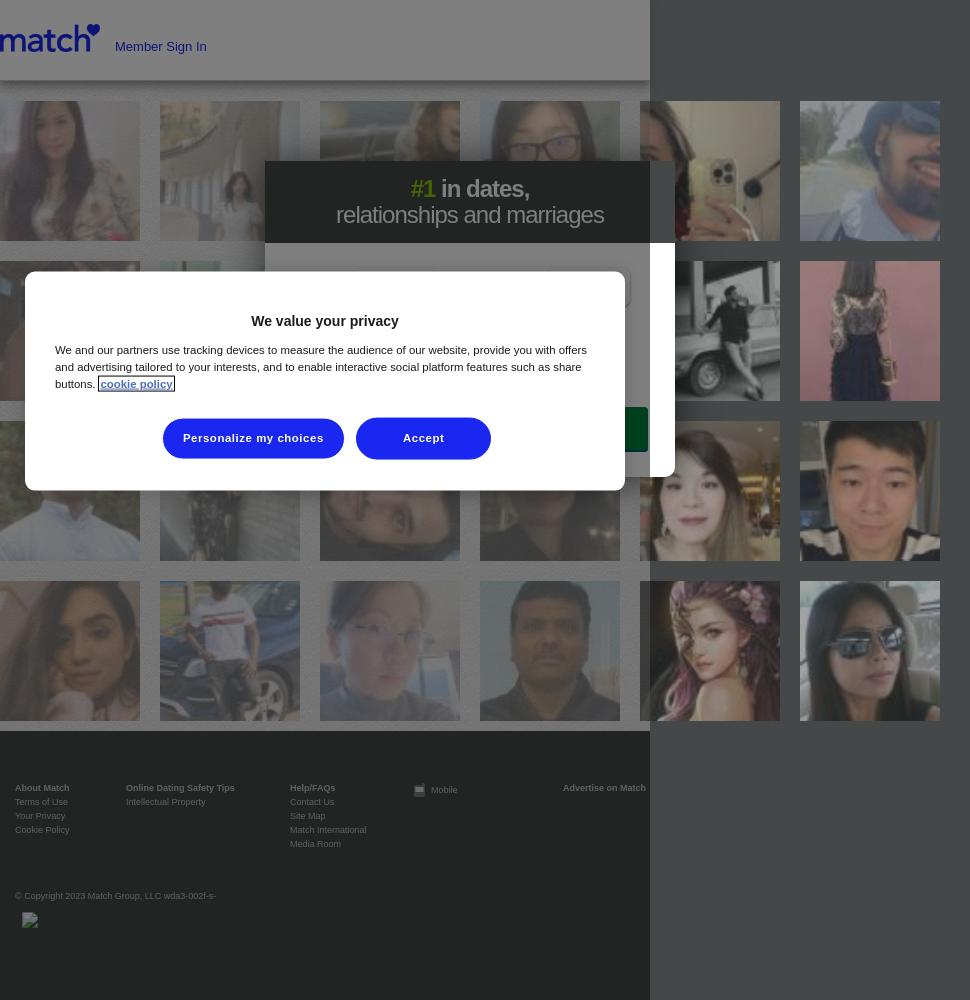  Describe the element at coordinates (42, 829) in the screenshot. I see `'Cookie Policy'` at that location.